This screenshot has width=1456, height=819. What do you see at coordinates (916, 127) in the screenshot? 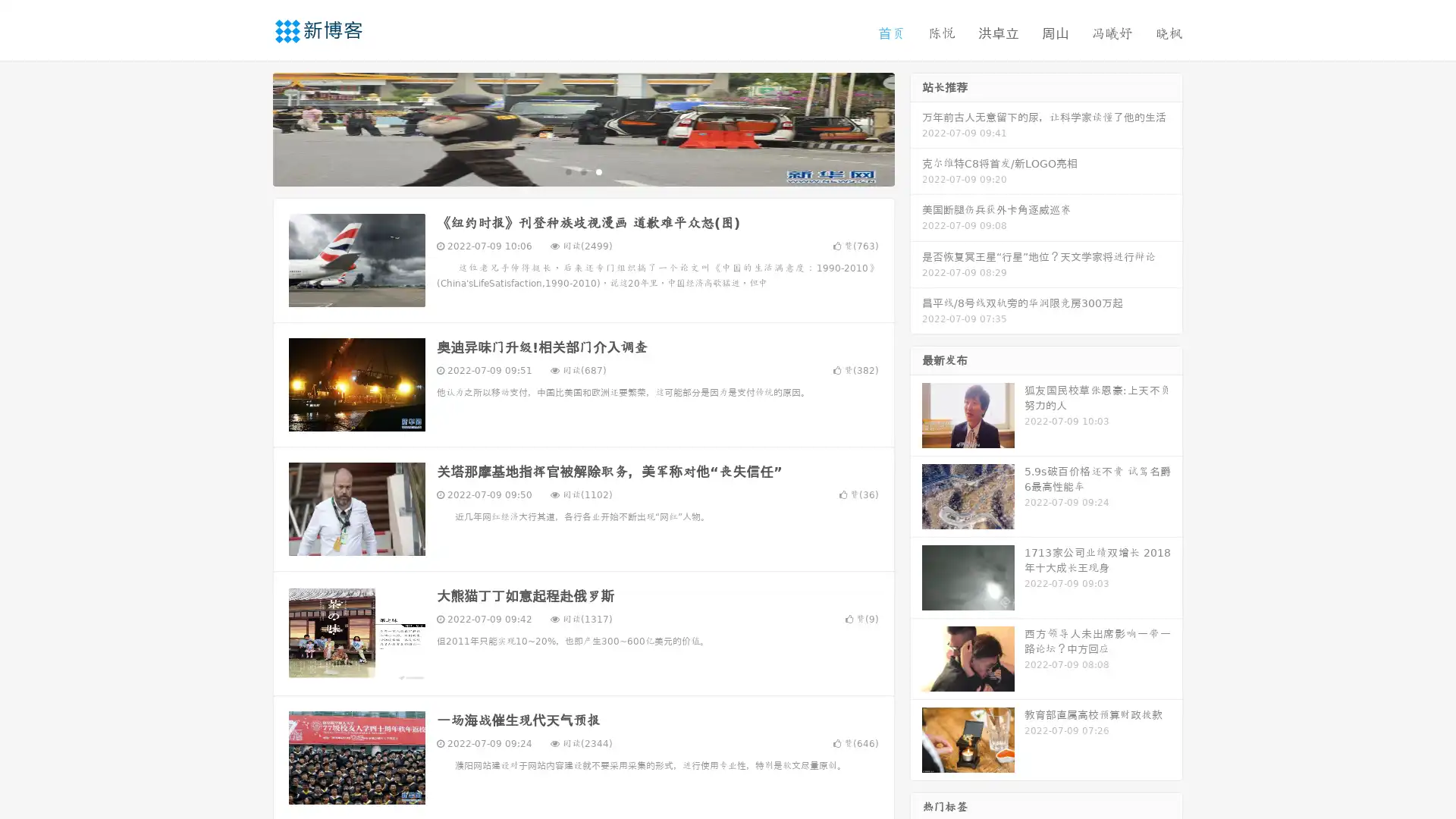
I see `Next slide` at bounding box center [916, 127].